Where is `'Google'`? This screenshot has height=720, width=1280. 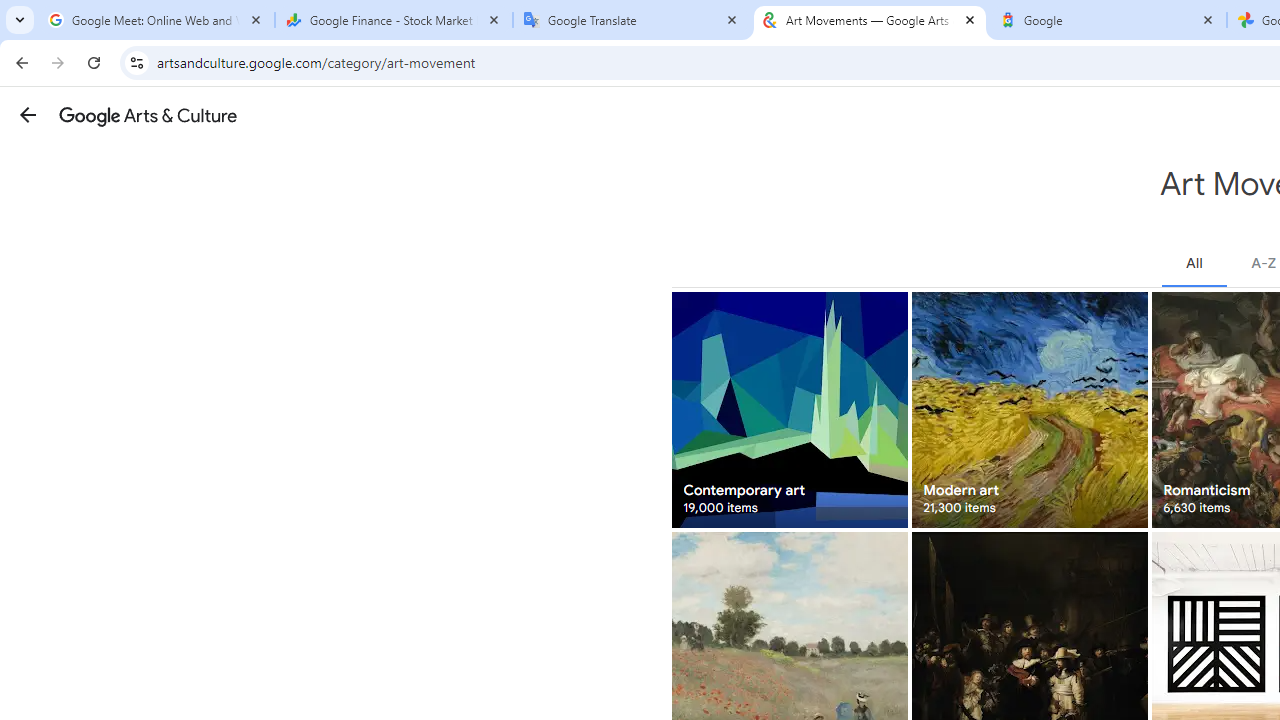
'Google' is located at coordinates (1107, 20).